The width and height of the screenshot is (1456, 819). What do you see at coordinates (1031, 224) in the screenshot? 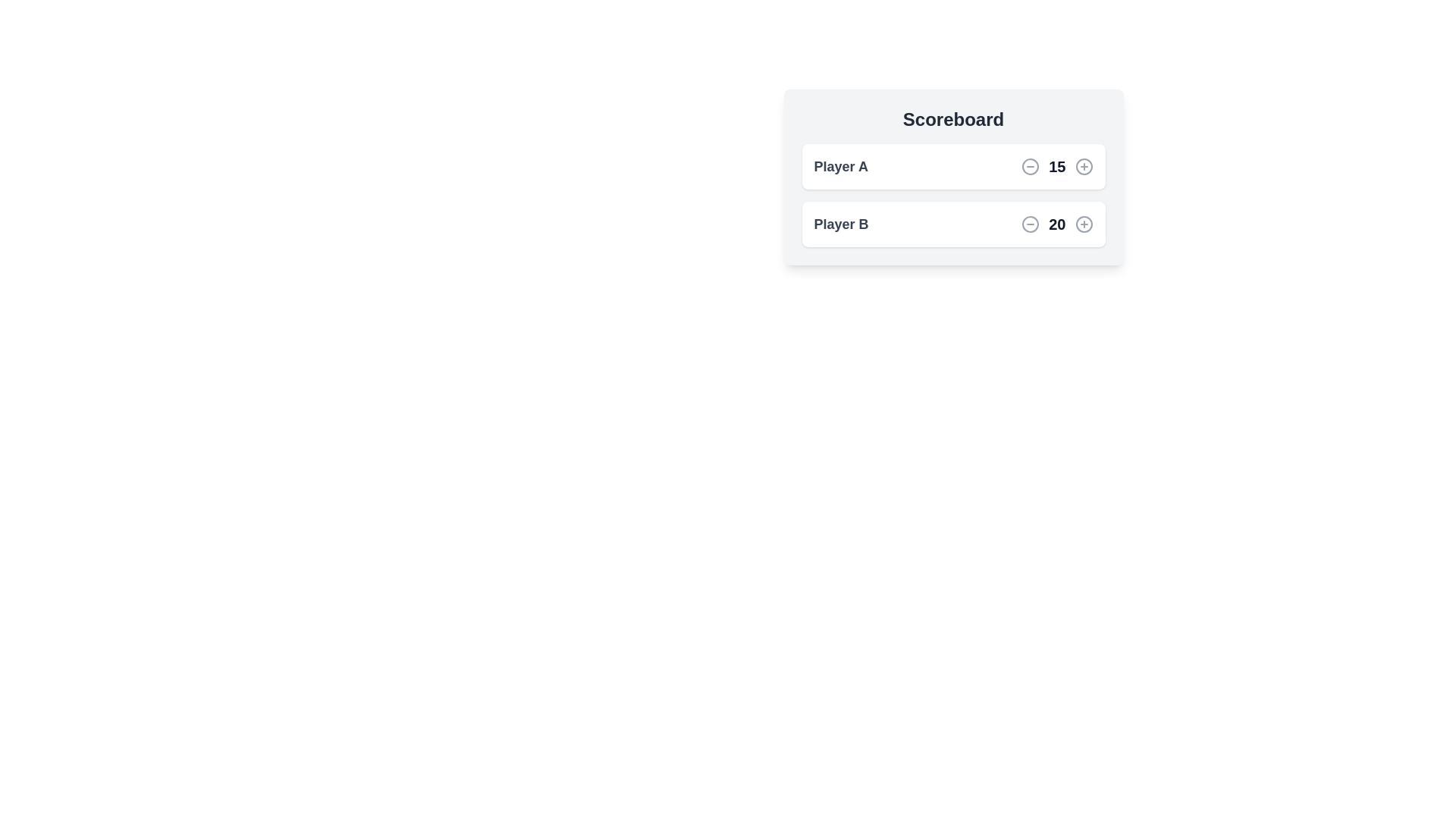
I see `the inner circle of the minus-circle icon, which is part of the second row in the scoreboard UI for 'Player B'` at bounding box center [1031, 224].